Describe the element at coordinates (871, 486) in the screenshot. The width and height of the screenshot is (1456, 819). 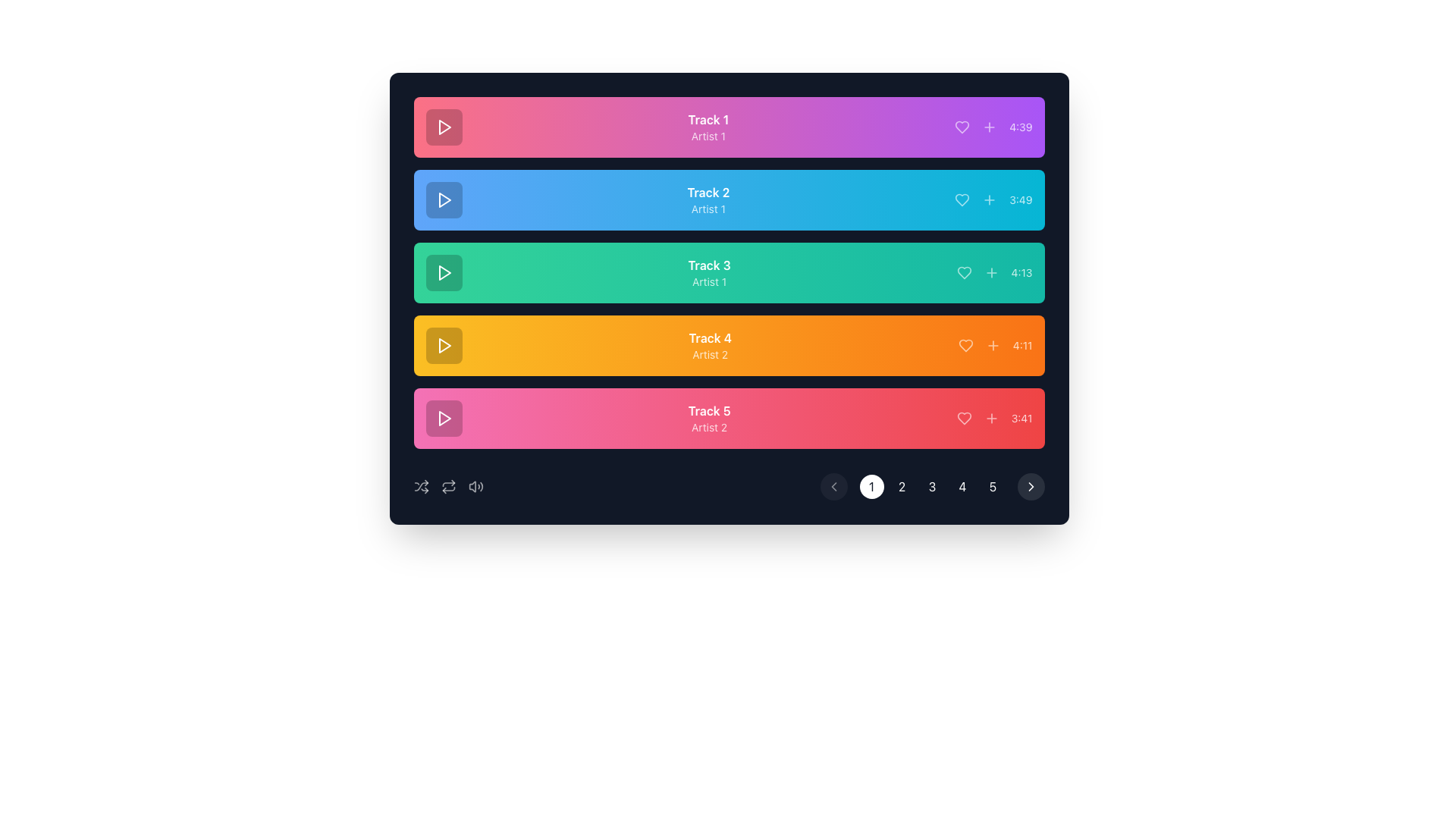
I see `the first button in a sequence of five navigational buttons located at the bottom of the interface` at that location.